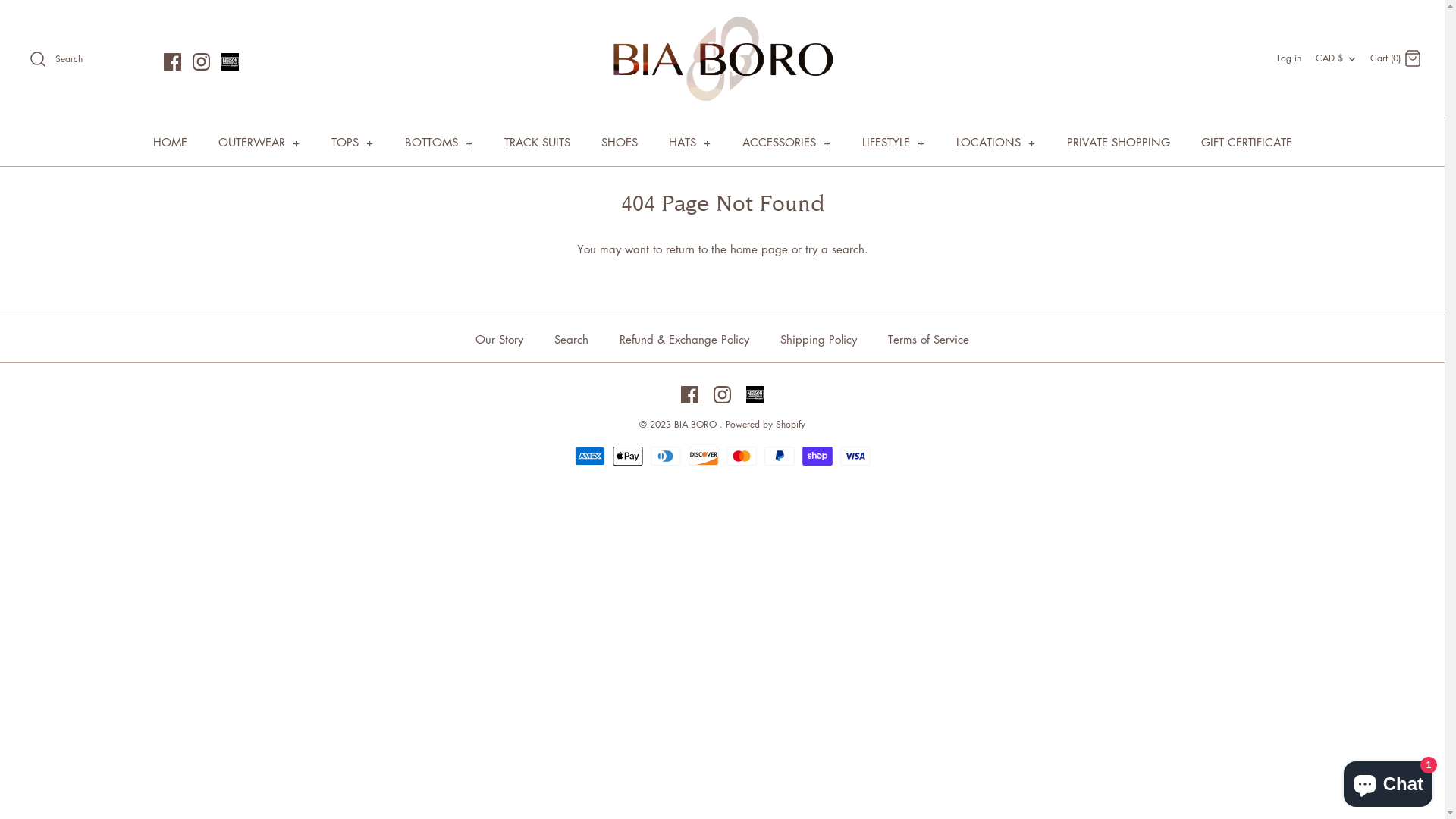 The width and height of the screenshot is (1456, 819). What do you see at coordinates (203, 142) in the screenshot?
I see `'OUTERWEAR +'` at bounding box center [203, 142].